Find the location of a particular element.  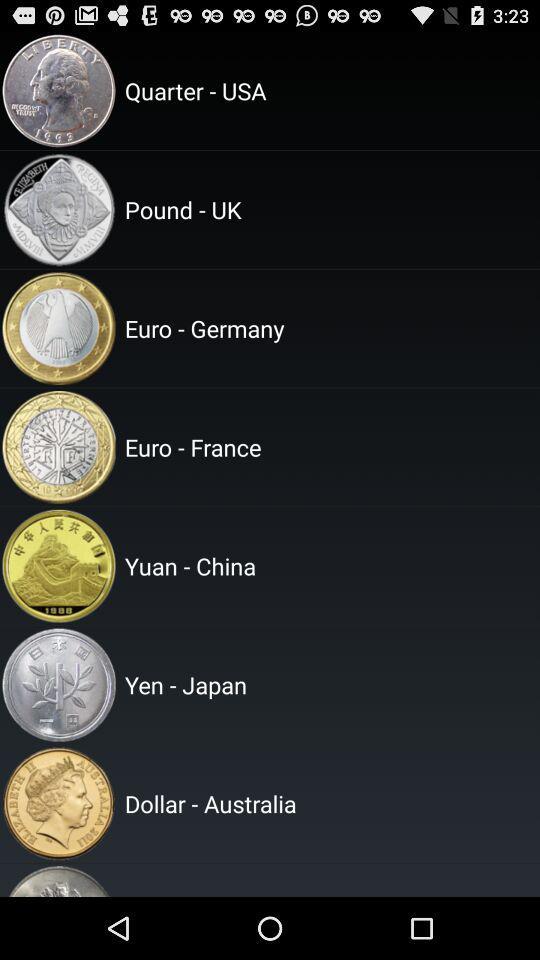

euro - france app is located at coordinates (329, 447).